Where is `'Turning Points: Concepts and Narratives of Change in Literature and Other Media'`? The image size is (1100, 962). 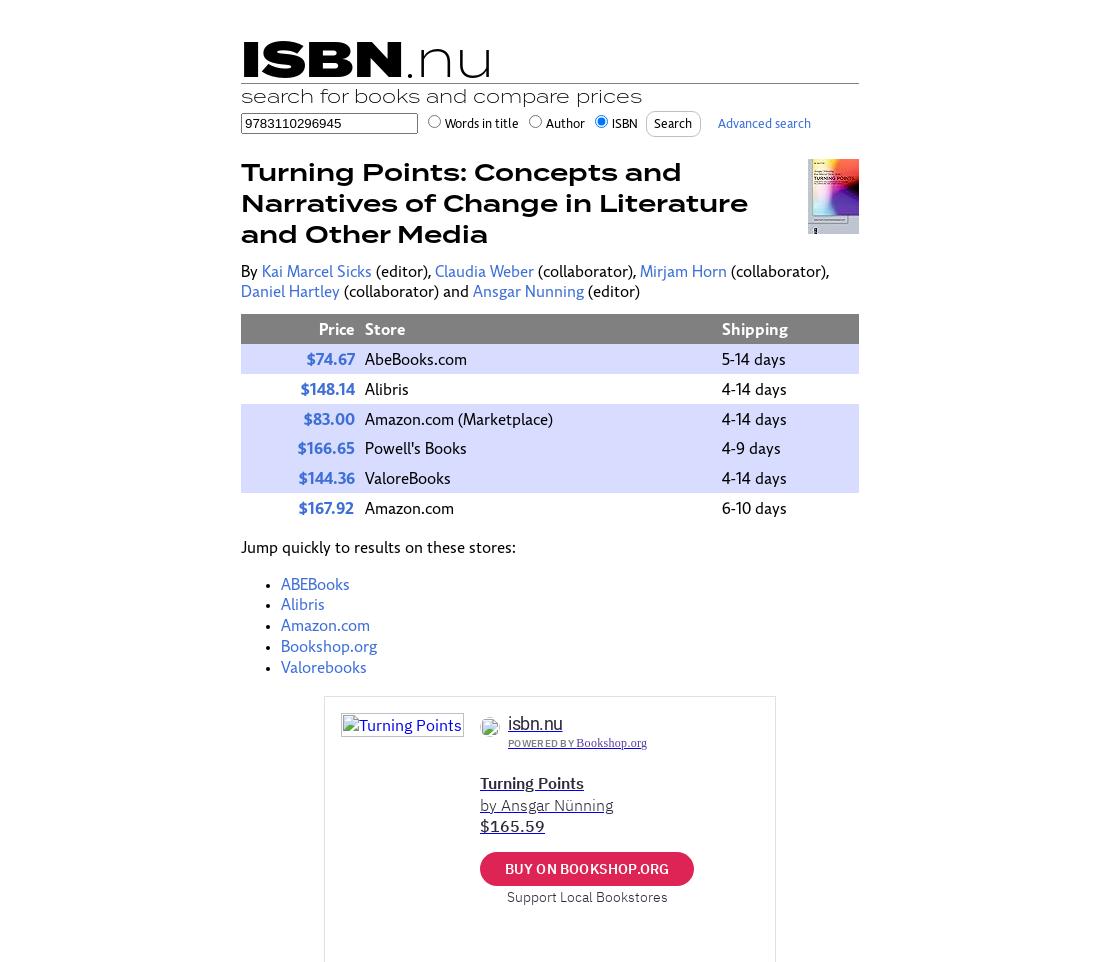
'Turning Points: Concepts and Narratives of Change in Literature and Other Media' is located at coordinates (494, 204).